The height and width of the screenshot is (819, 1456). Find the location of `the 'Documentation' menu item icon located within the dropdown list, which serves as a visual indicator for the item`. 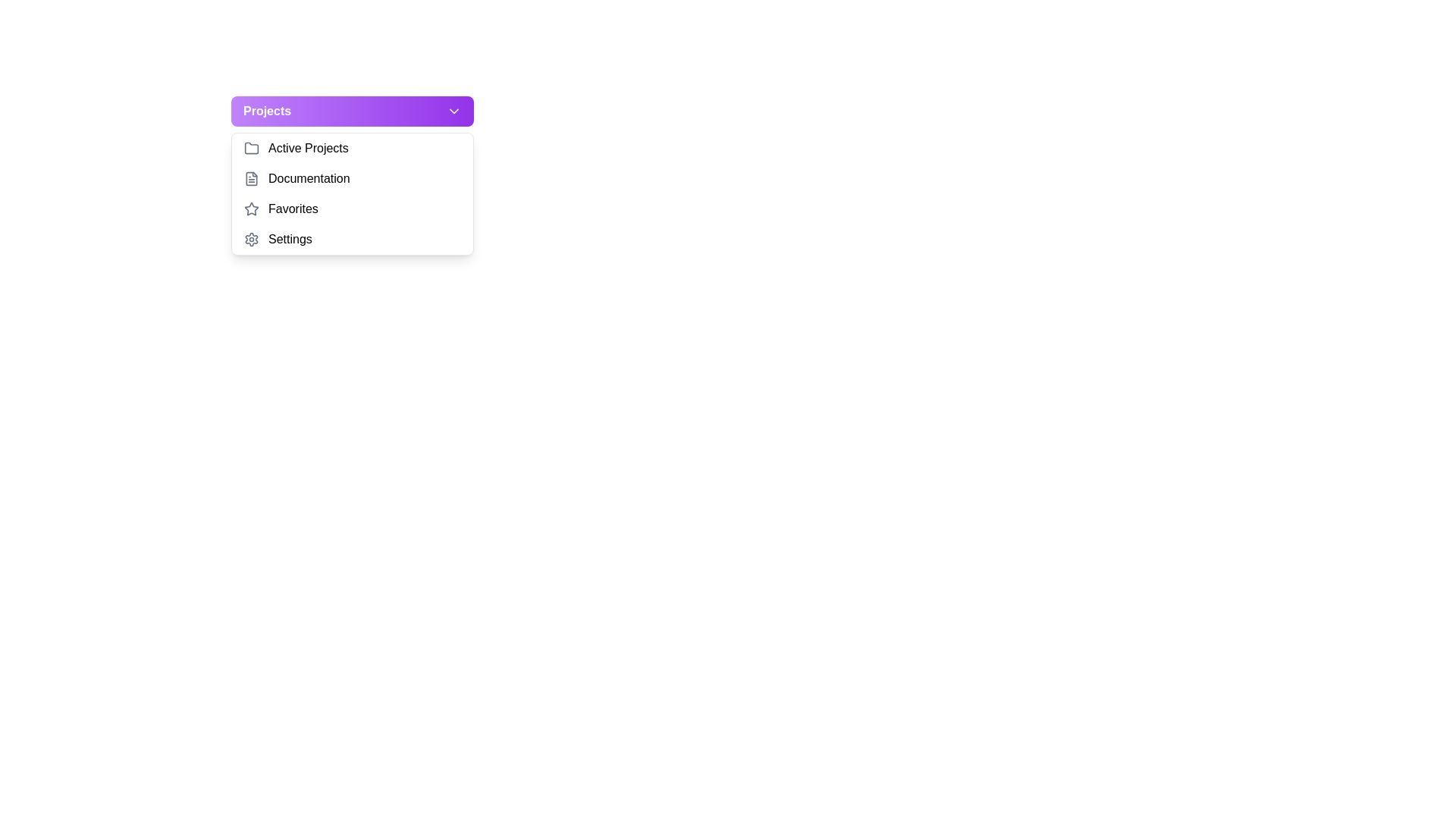

the 'Documentation' menu item icon located within the dropdown list, which serves as a visual indicator for the item is located at coordinates (251, 177).